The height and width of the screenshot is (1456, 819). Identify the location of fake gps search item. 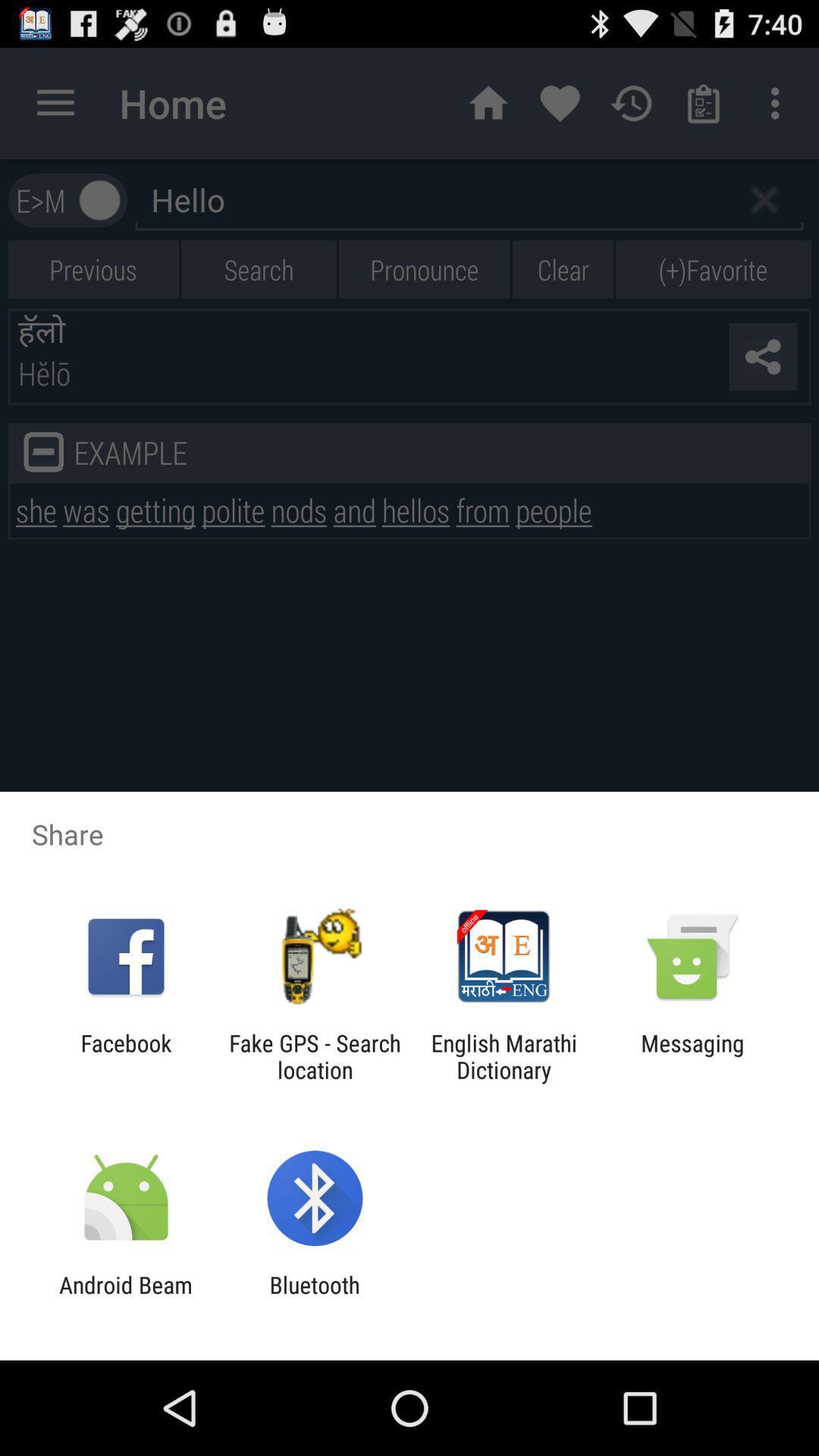
(314, 1056).